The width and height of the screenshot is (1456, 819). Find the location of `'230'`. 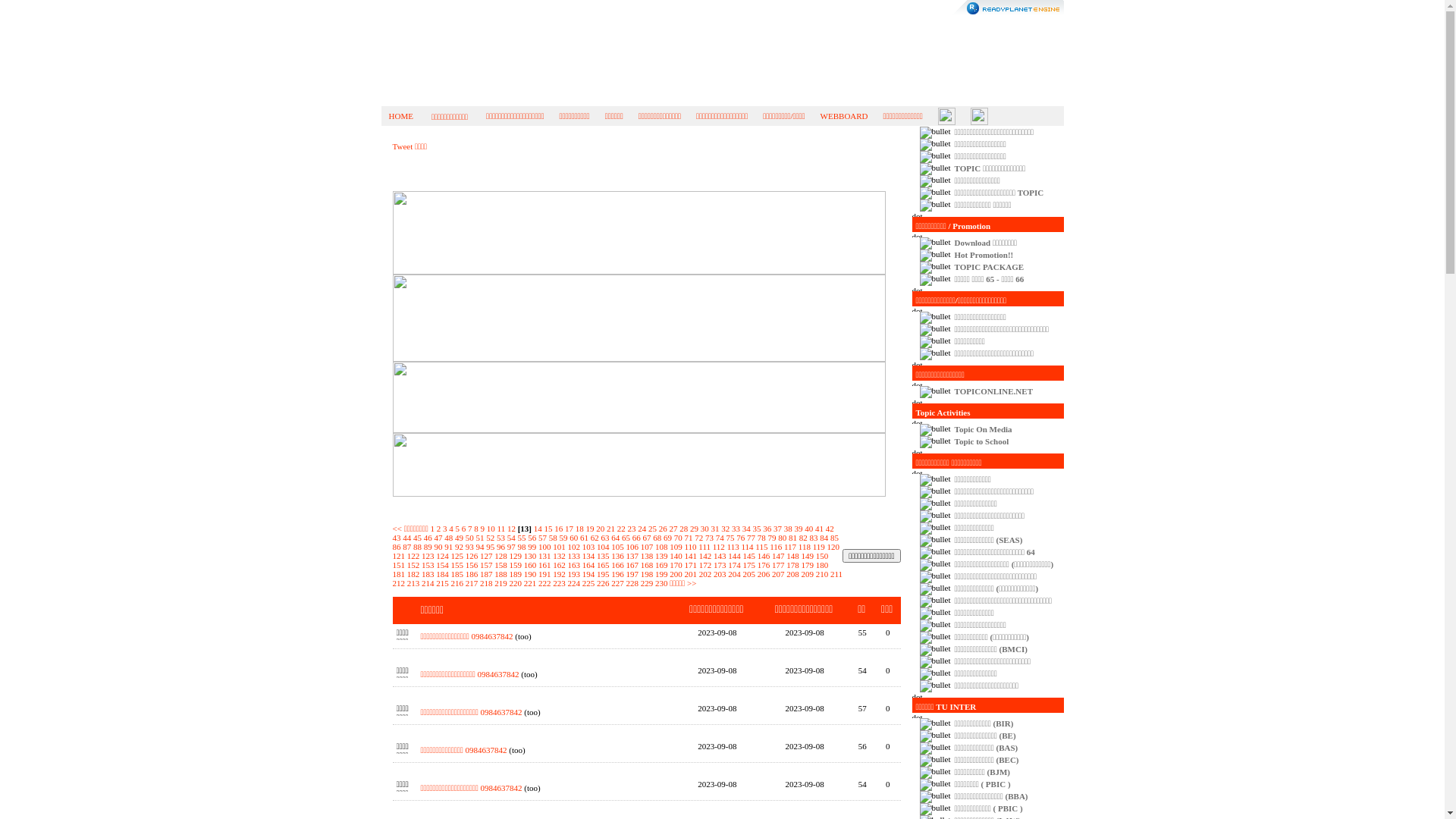

'230' is located at coordinates (661, 582).